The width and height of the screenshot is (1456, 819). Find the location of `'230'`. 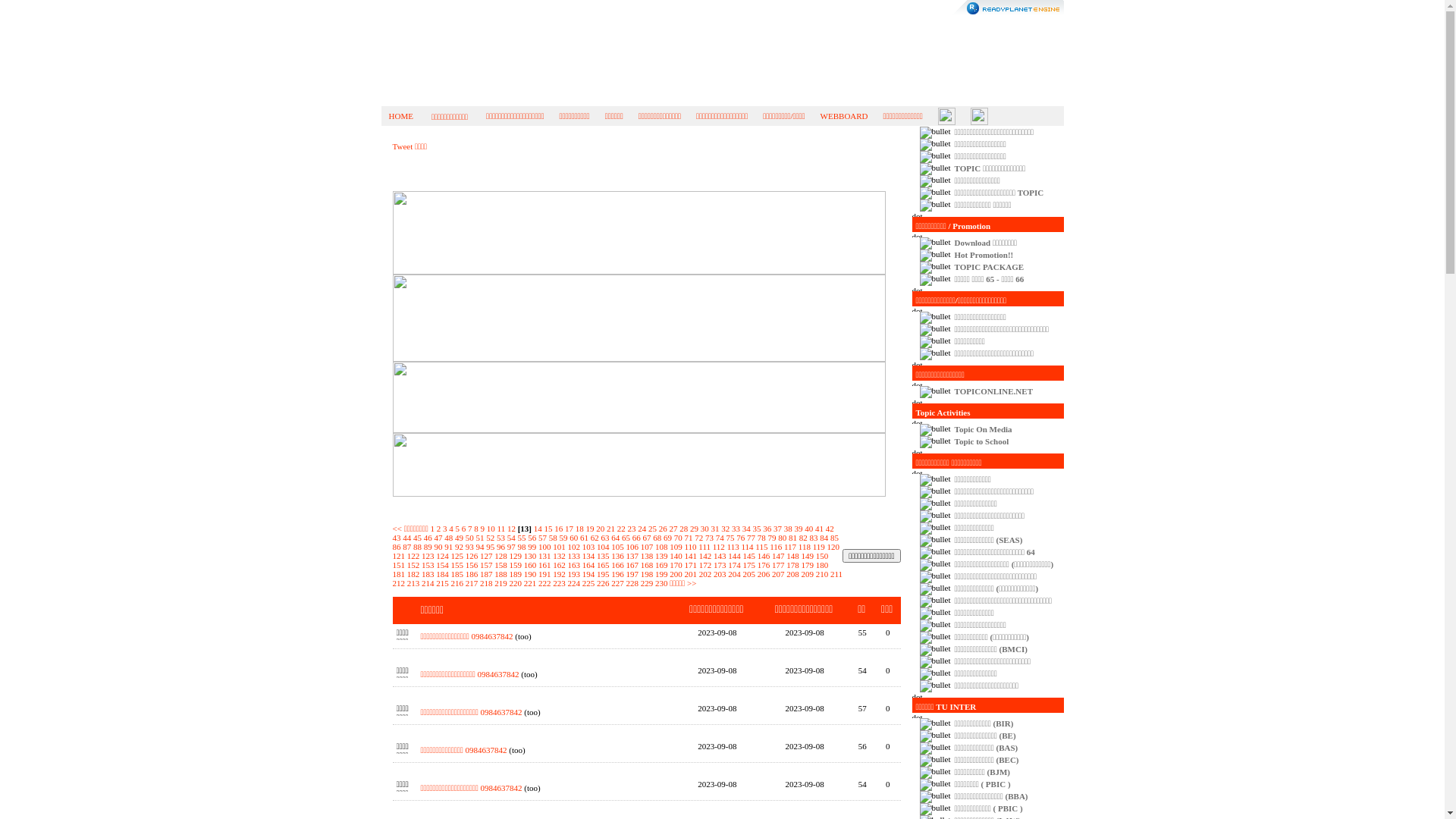

'230' is located at coordinates (661, 582).